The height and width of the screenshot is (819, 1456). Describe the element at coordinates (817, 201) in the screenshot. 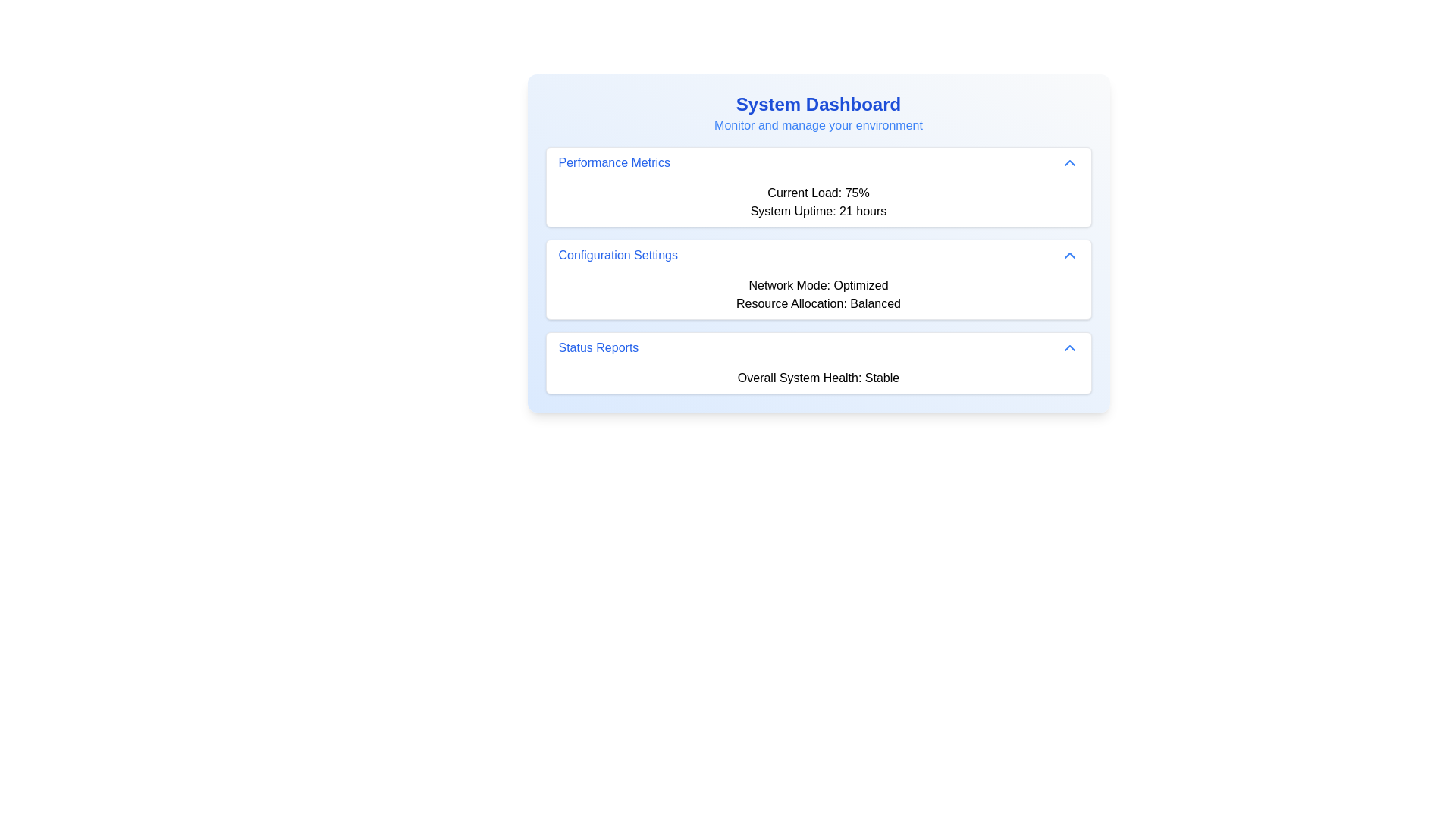

I see `the Text display area that shows 'Current Load: 75%' and 'System Uptime: 21 hours', which is located under the 'Performance Metrics' header` at that location.